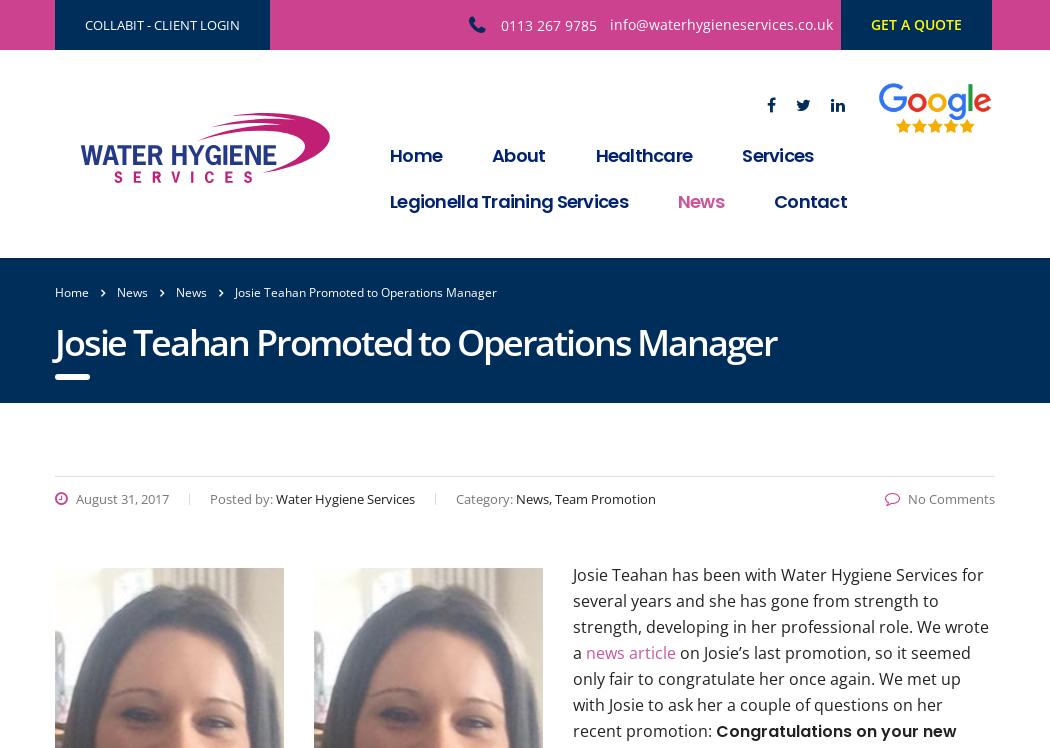  I want to click on 'Legionella Risk Assessment', so click(823, 249).